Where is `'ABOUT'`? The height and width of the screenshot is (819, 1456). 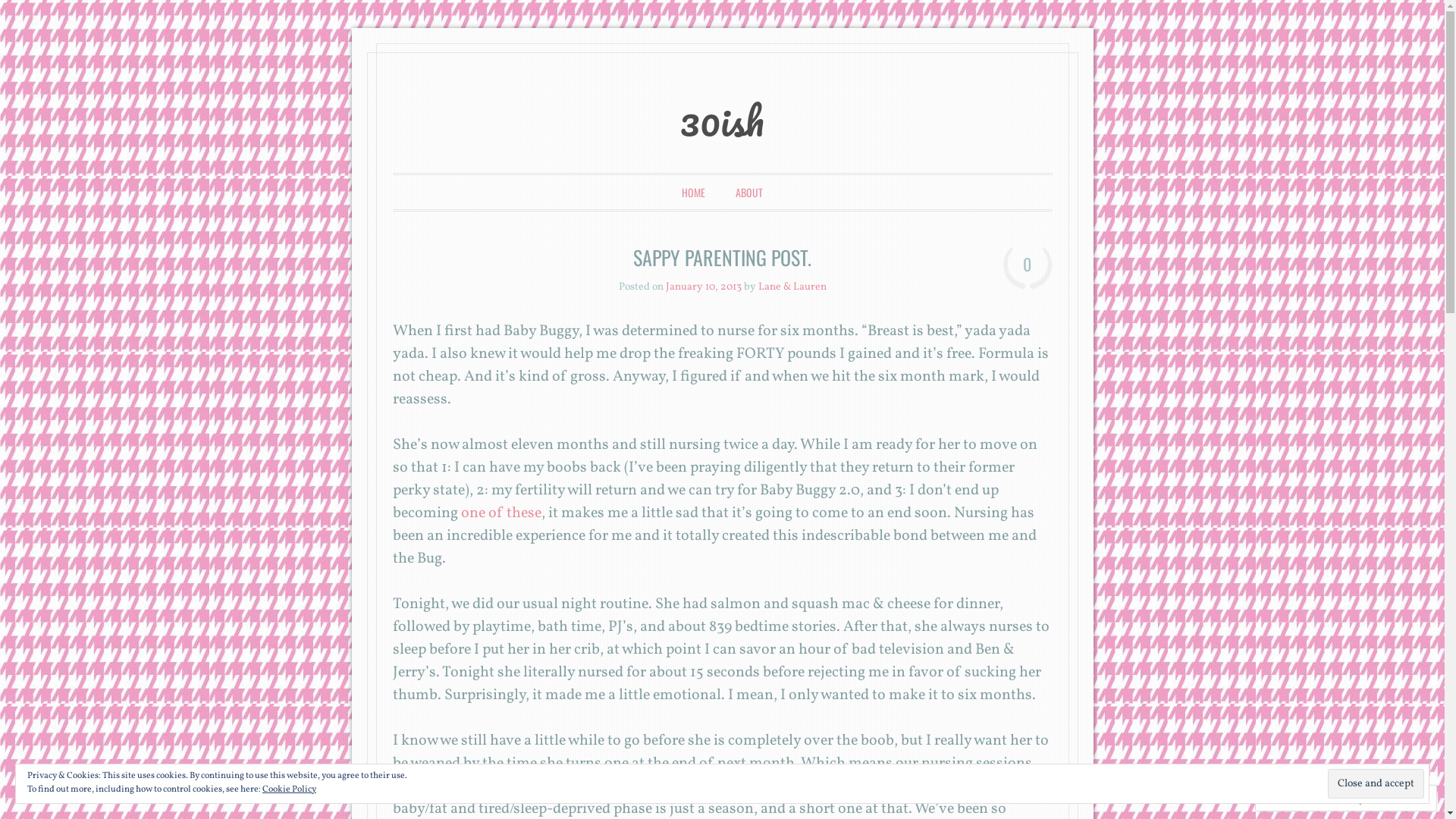 'ABOUT' is located at coordinates (749, 191).